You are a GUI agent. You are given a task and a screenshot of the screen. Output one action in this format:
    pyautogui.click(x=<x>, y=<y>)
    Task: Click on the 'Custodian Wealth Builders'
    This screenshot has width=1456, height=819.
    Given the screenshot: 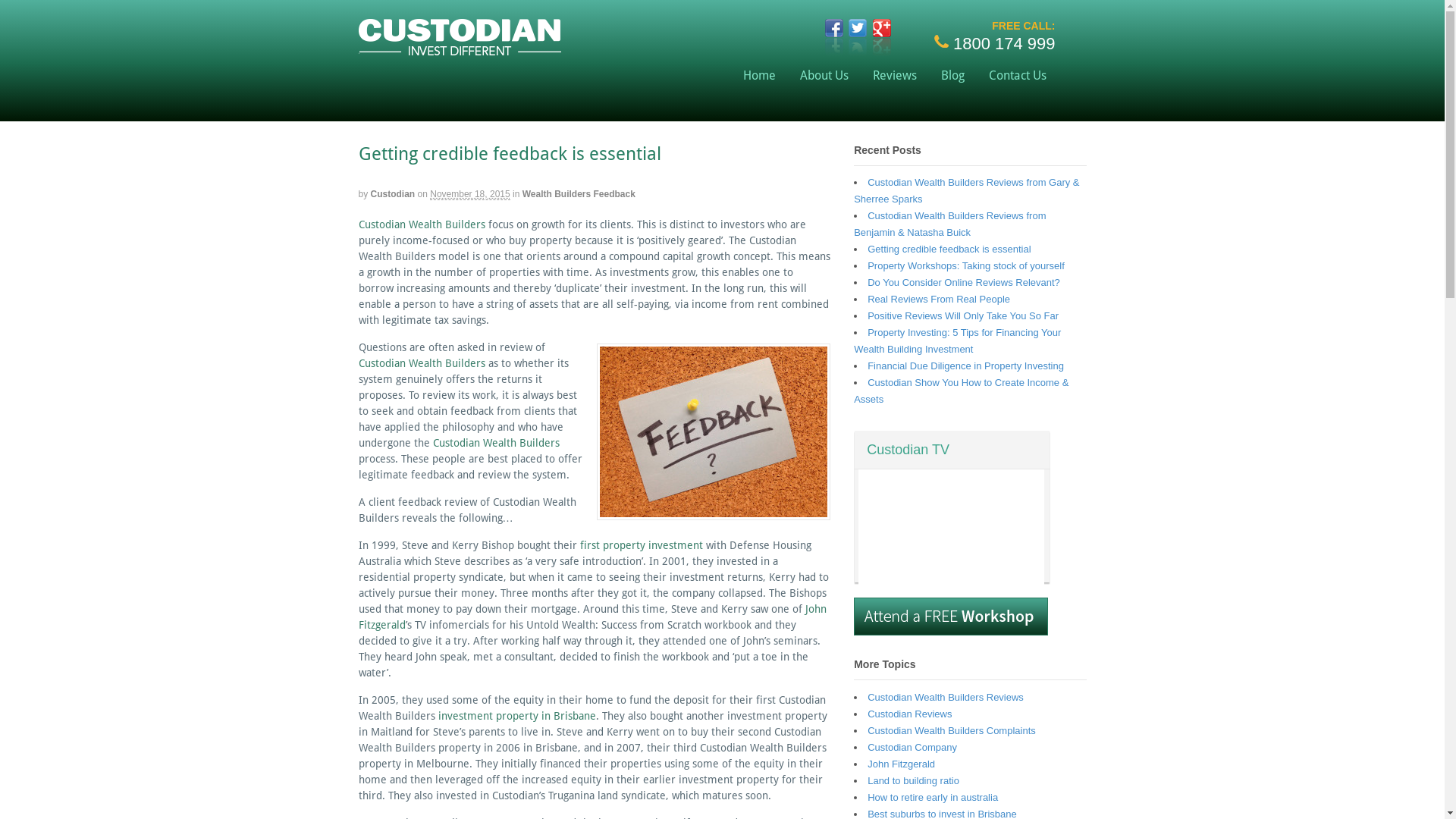 What is the action you would take?
    pyautogui.click(x=431, y=442)
    